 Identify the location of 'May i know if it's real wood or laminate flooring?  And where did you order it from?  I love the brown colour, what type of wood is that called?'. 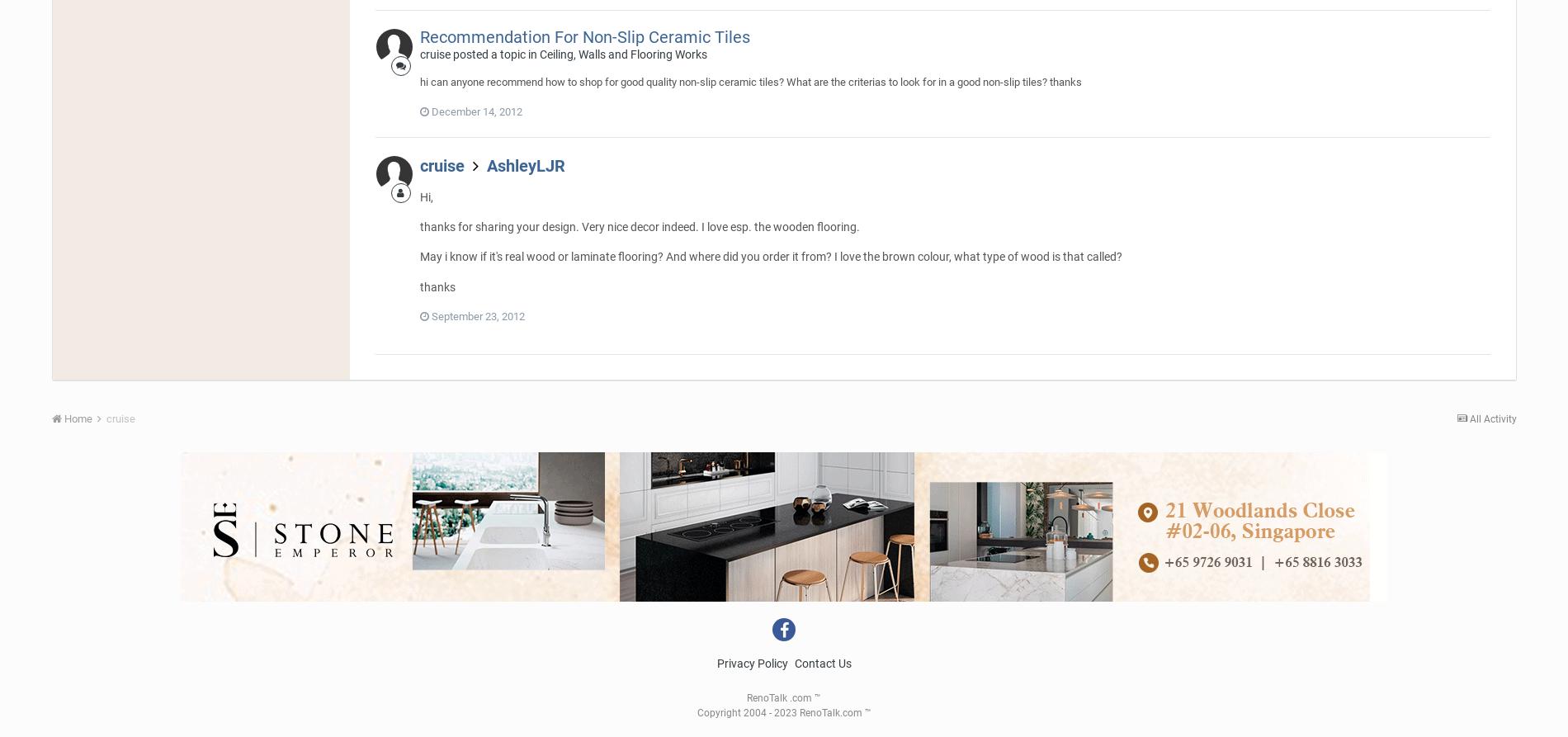
(769, 257).